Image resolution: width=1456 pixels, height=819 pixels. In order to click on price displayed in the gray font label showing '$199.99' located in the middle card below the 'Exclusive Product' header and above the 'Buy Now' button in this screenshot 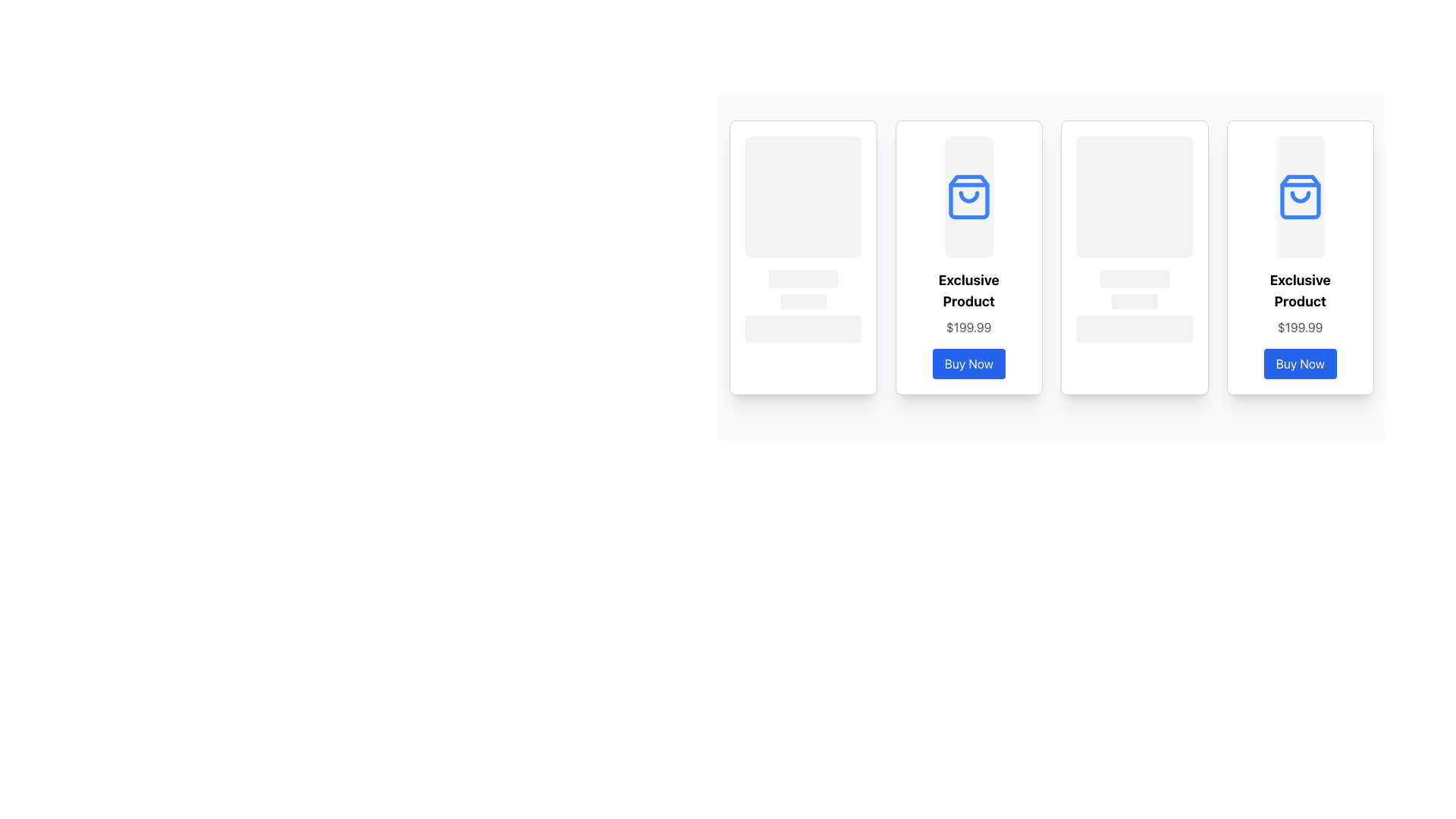, I will do `click(968, 327)`.